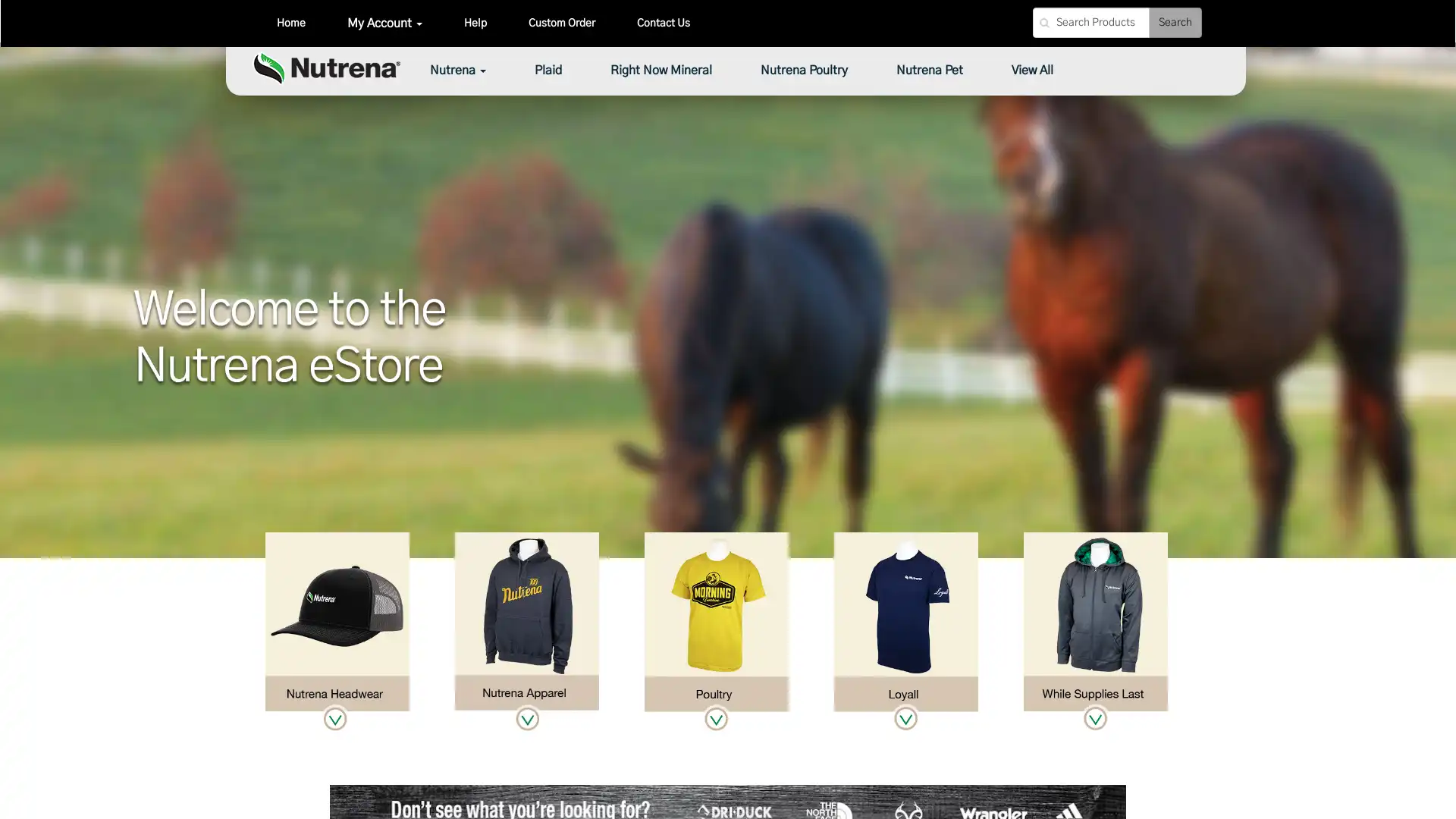  I want to click on Search, so click(1175, 23).